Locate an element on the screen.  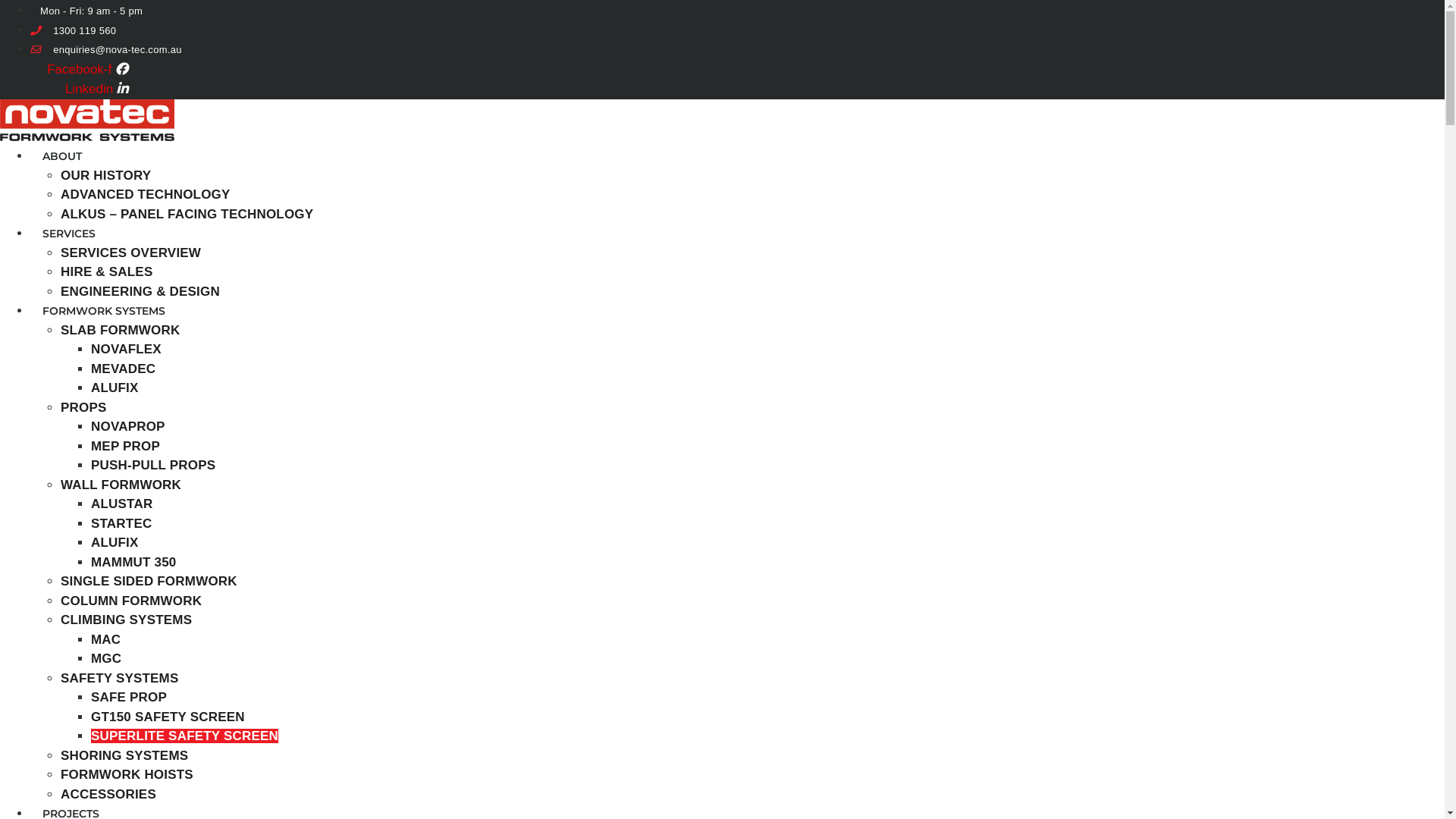
'SAFE PROP' is located at coordinates (128, 697).